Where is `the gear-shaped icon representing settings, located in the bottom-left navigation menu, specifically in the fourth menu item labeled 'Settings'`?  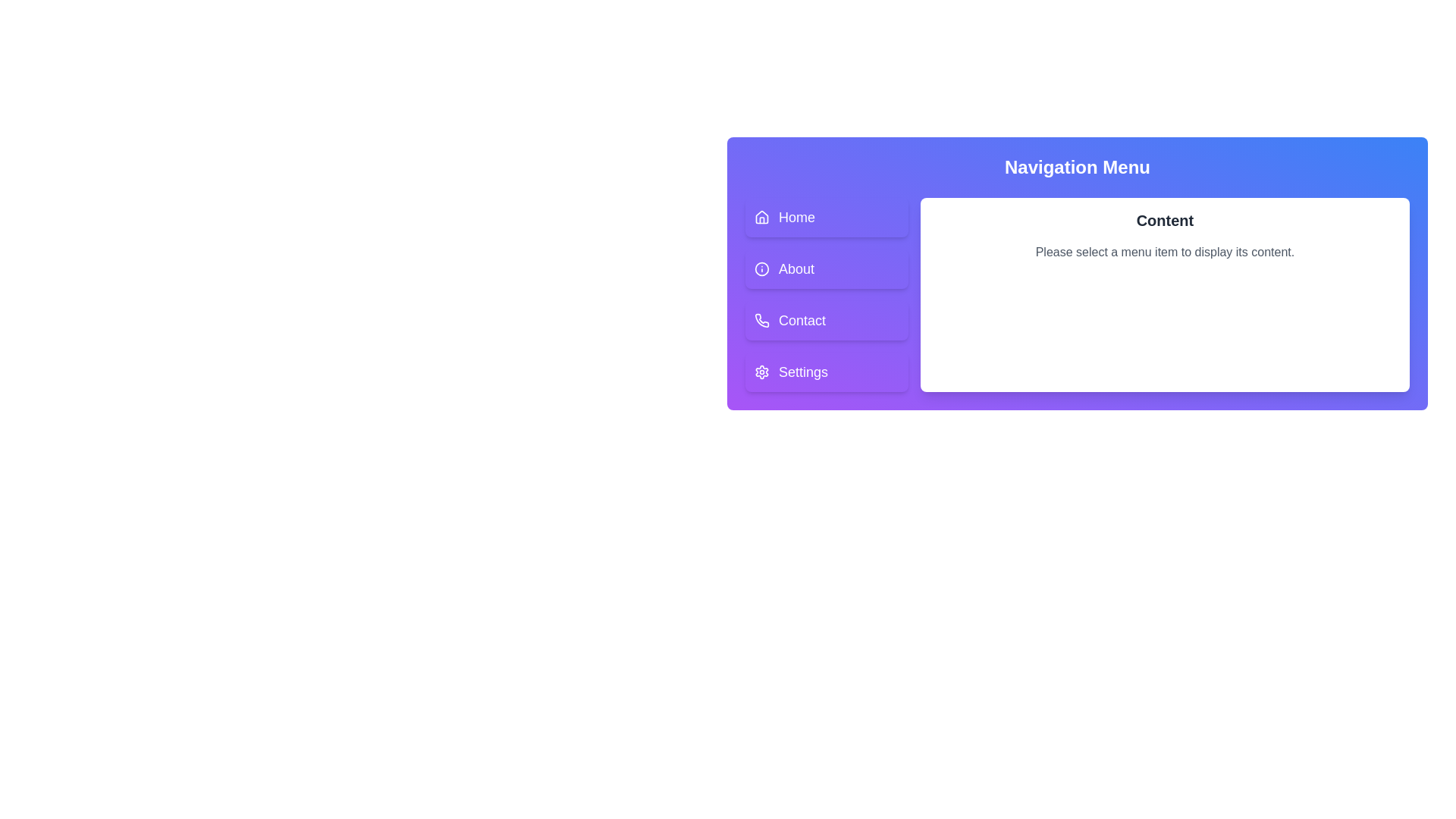 the gear-shaped icon representing settings, located in the bottom-left navigation menu, specifically in the fourth menu item labeled 'Settings' is located at coordinates (761, 372).